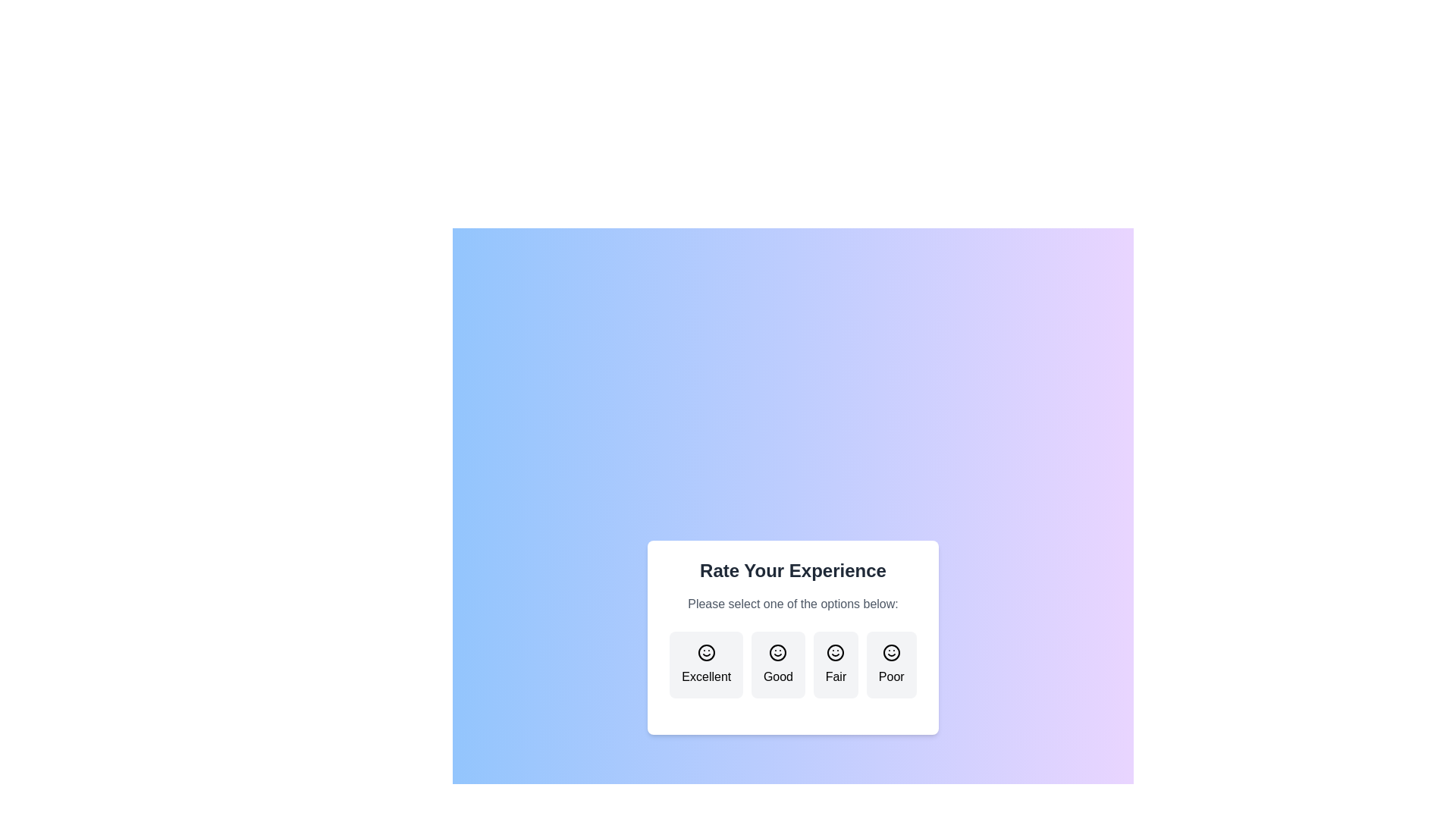 Image resolution: width=1456 pixels, height=819 pixels. What do you see at coordinates (891, 676) in the screenshot?
I see `the text label displaying 'Poor', which is positioned below the rightmost smiley face icon in the rating choice section` at bounding box center [891, 676].